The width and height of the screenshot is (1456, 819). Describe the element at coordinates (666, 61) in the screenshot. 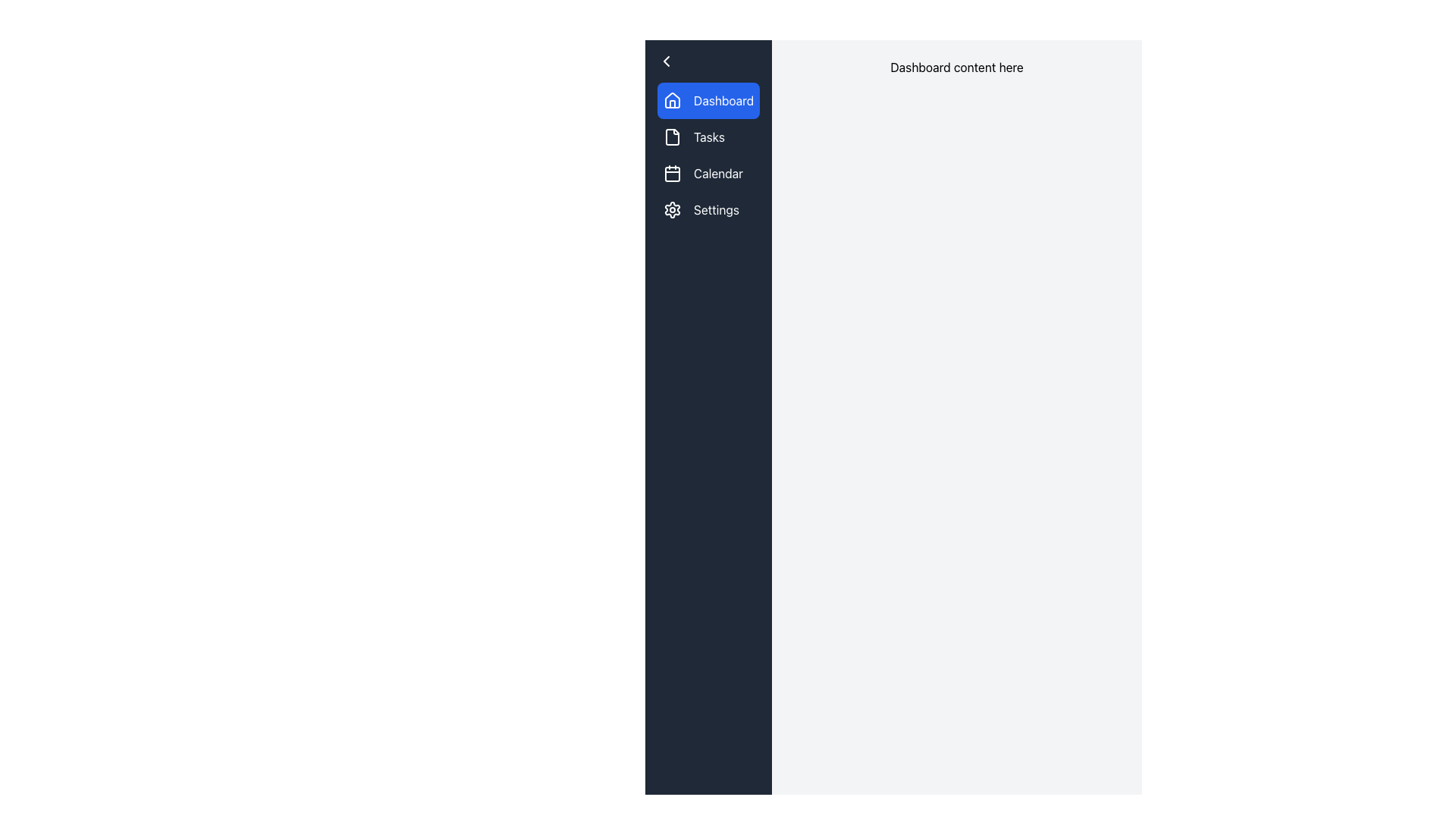

I see `the left-pointing chevron icon button in the top left corner of the sidebar` at that location.